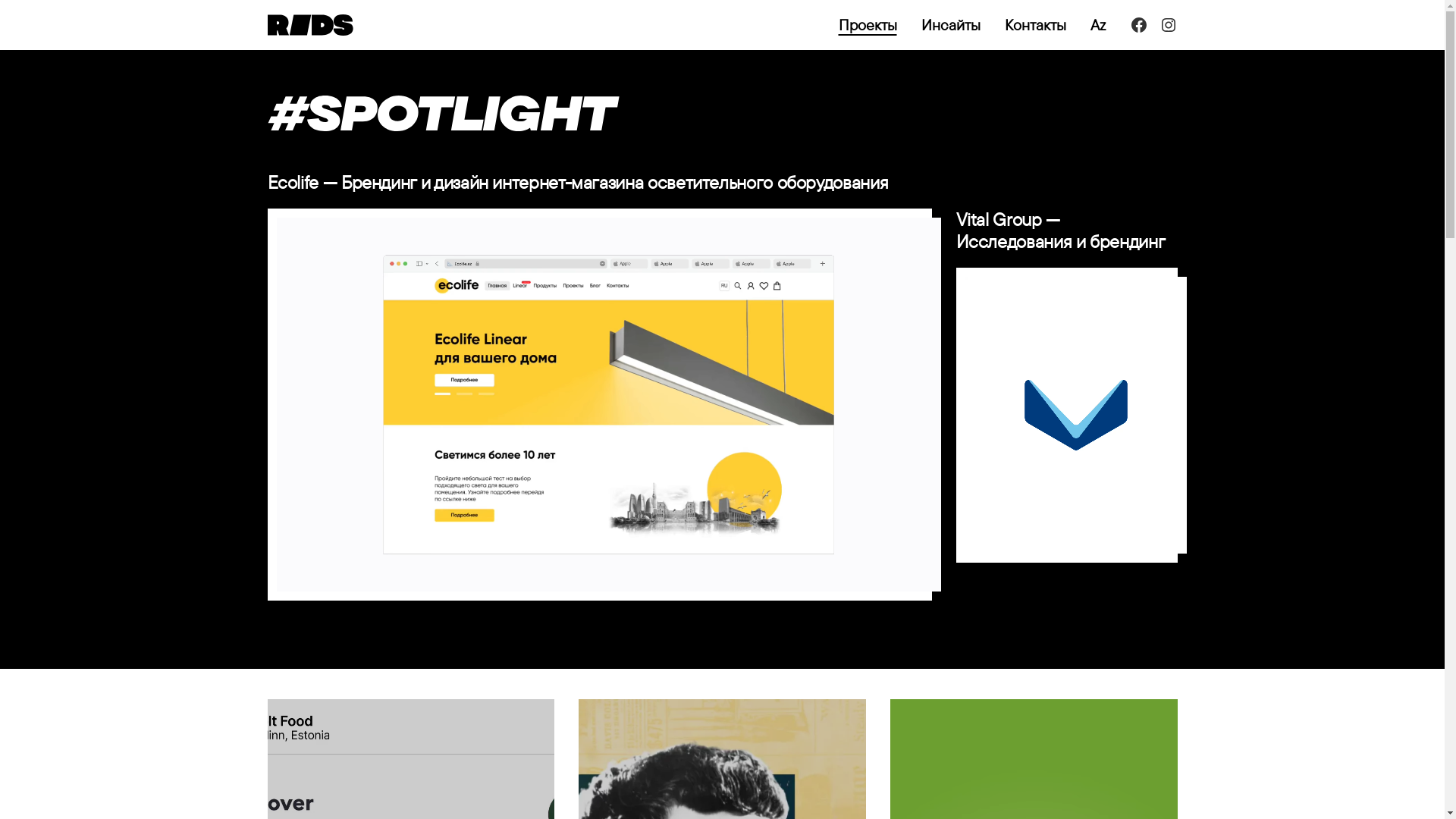 The width and height of the screenshot is (1456, 819). Describe the element at coordinates (1157, 25) in the screenshot. I see `'Instagram'` at that location.